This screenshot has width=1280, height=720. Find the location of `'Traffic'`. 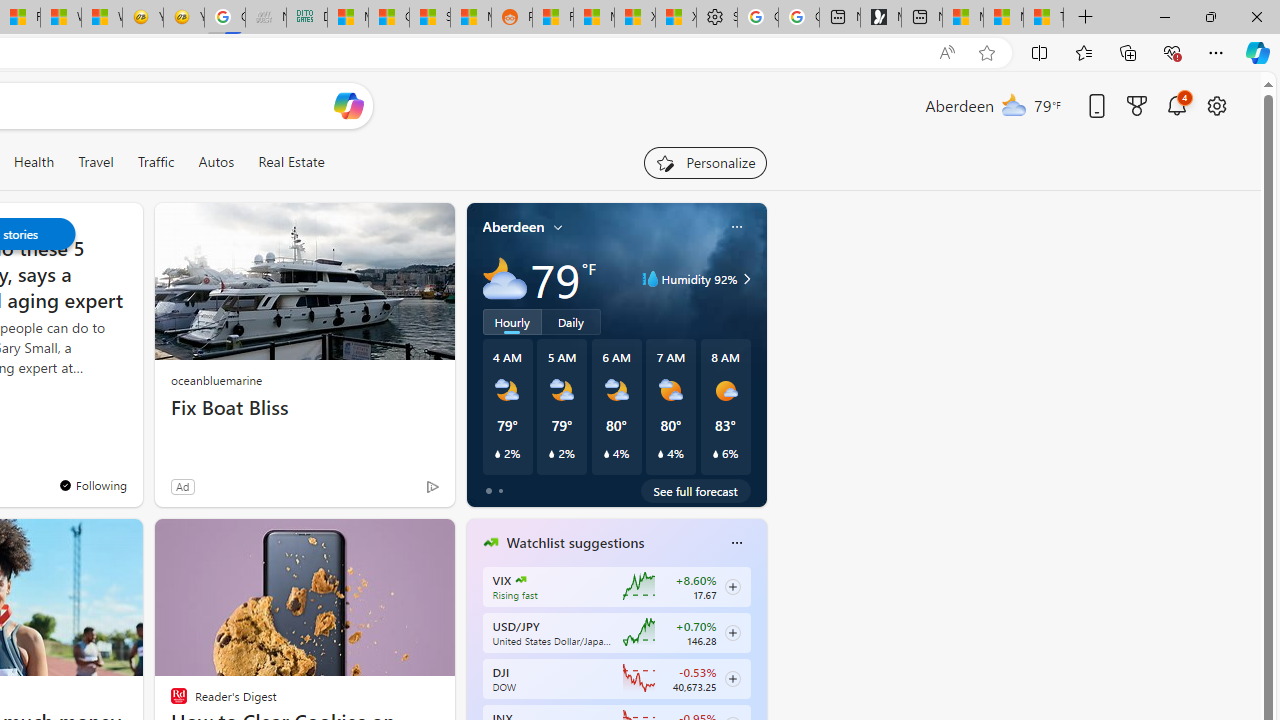

'Traffic' is located at coordinates (155, 161).